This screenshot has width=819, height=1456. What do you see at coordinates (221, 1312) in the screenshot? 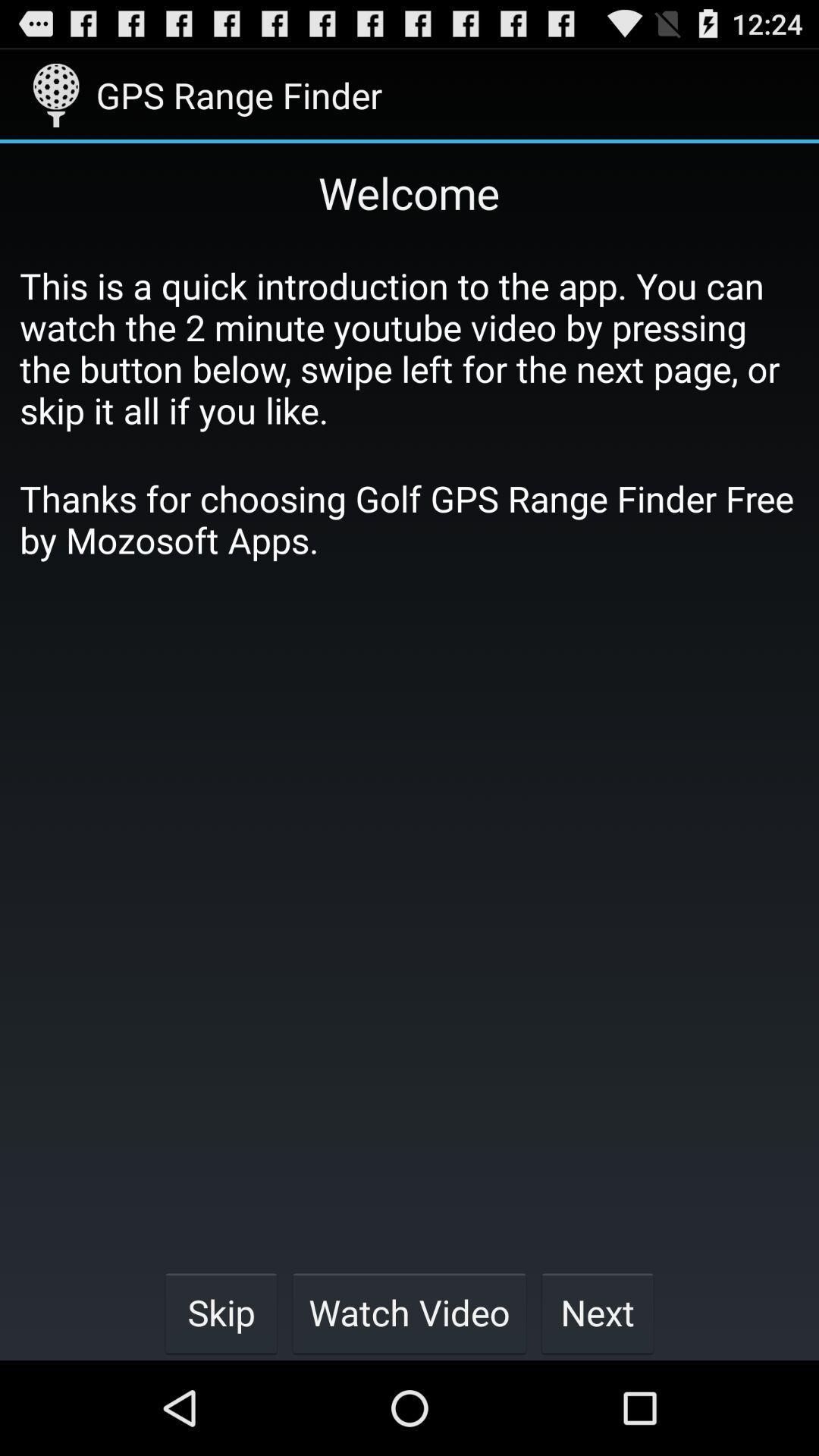
I see `the item to the left of watch video button` at bounding box center [221, 1312].